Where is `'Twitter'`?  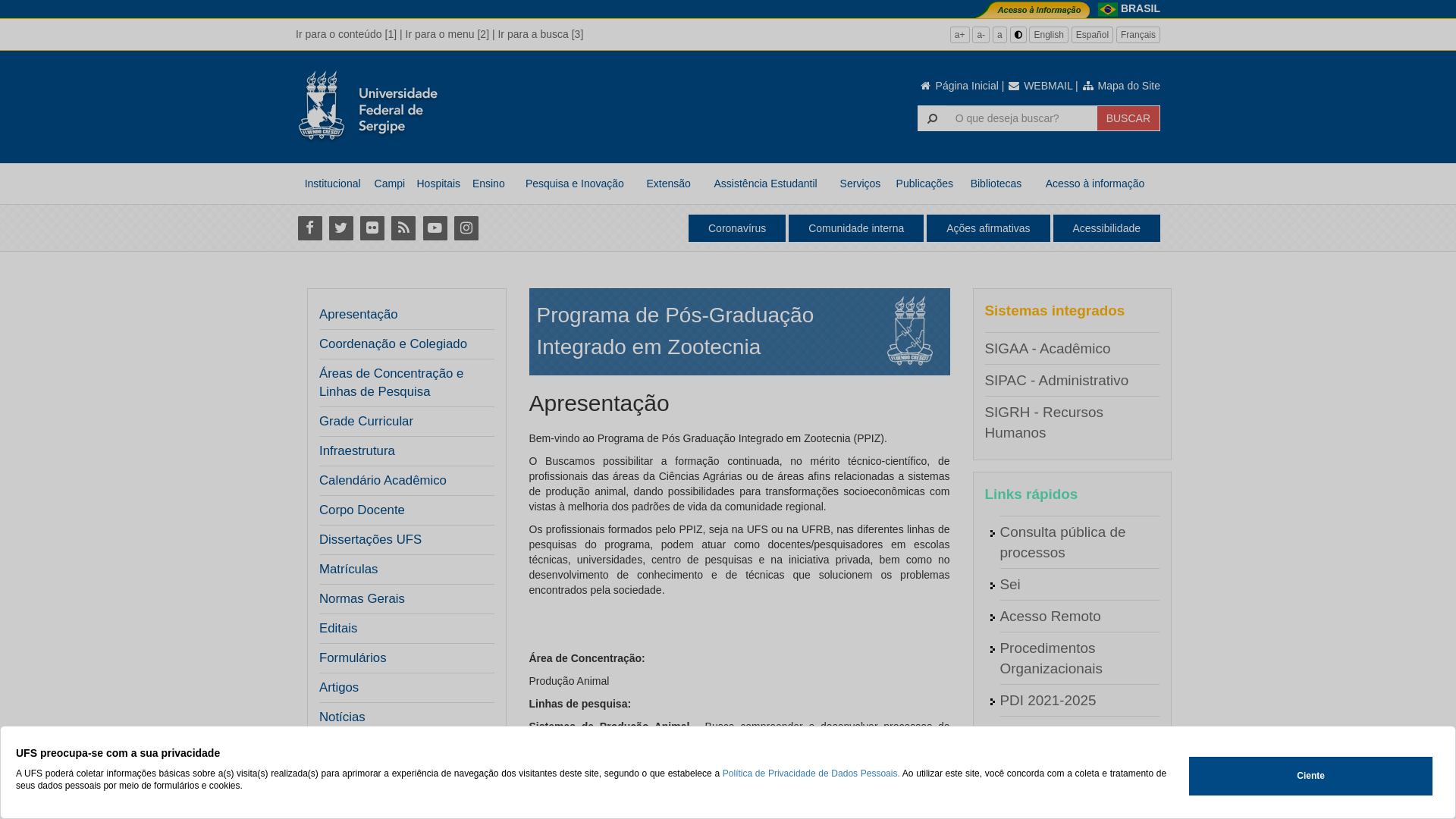
'Twitter' is located at coordinates (340, 227).